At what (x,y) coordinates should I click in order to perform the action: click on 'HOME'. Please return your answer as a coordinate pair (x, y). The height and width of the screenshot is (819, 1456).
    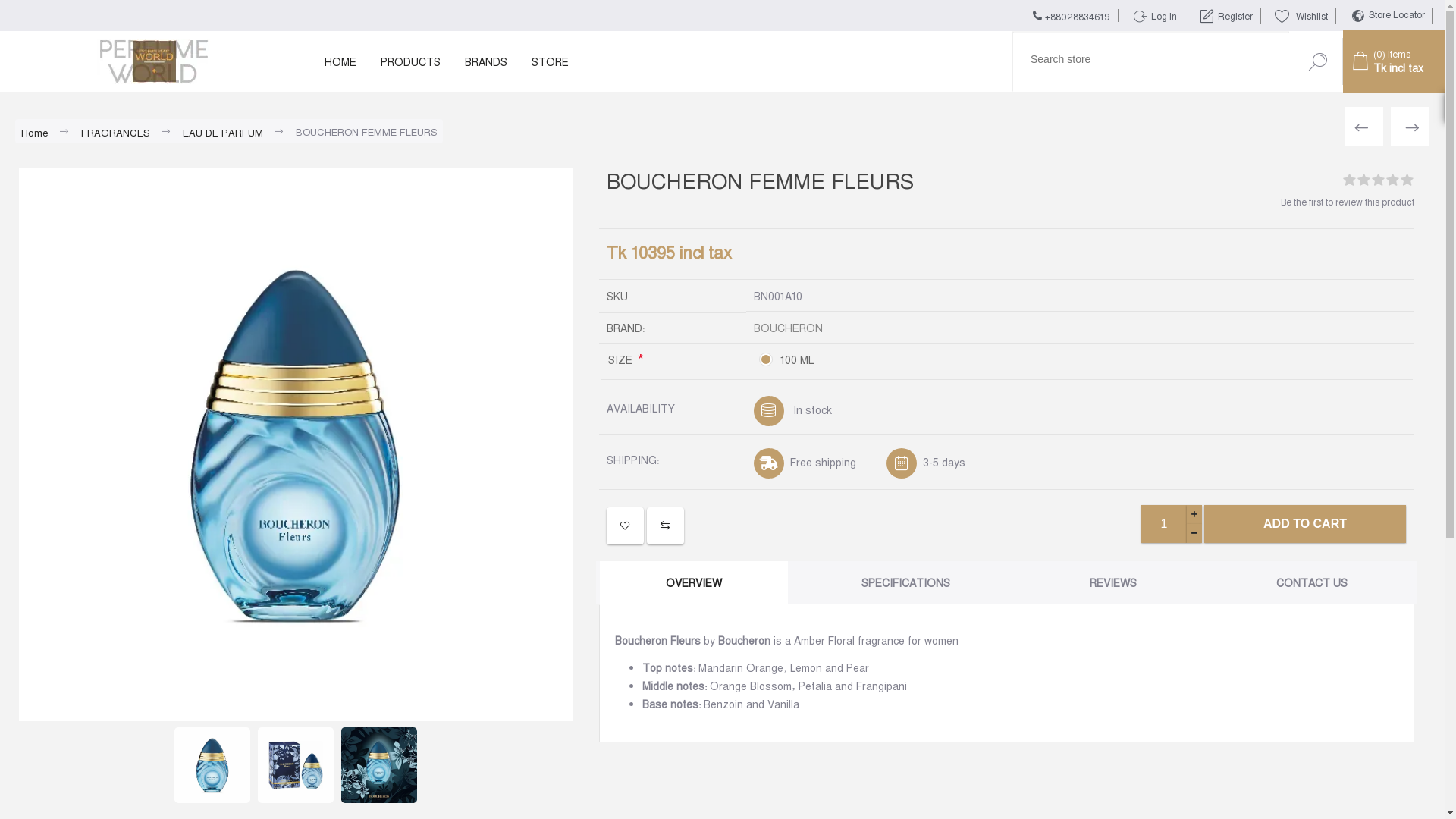
    Looking at the image, I should click on (340, 61).